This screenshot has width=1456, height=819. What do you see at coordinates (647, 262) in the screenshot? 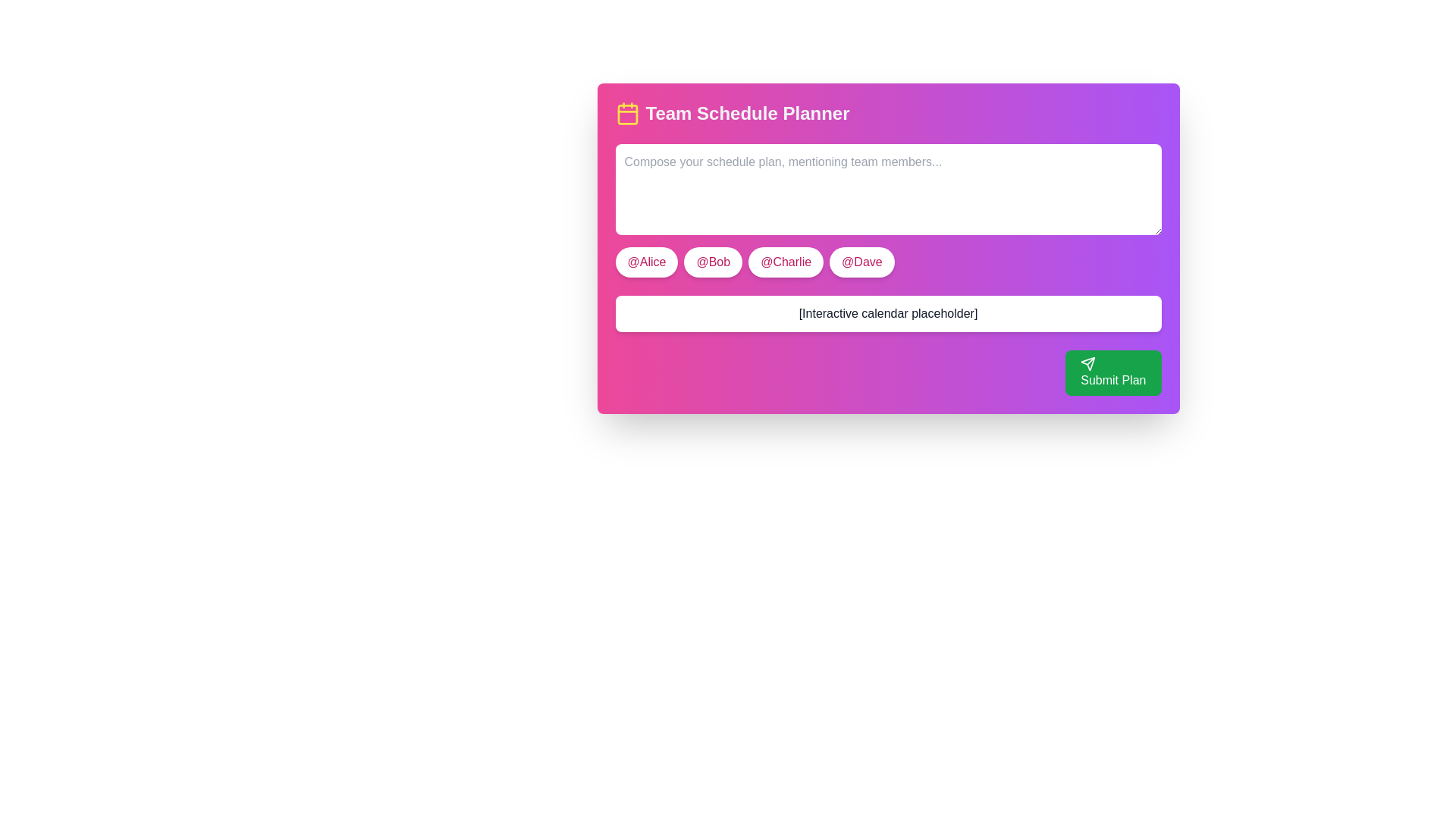
I see `the pill-shaped button with white background and pink text displaying '@Alice'` at bounding box center [647, 262].